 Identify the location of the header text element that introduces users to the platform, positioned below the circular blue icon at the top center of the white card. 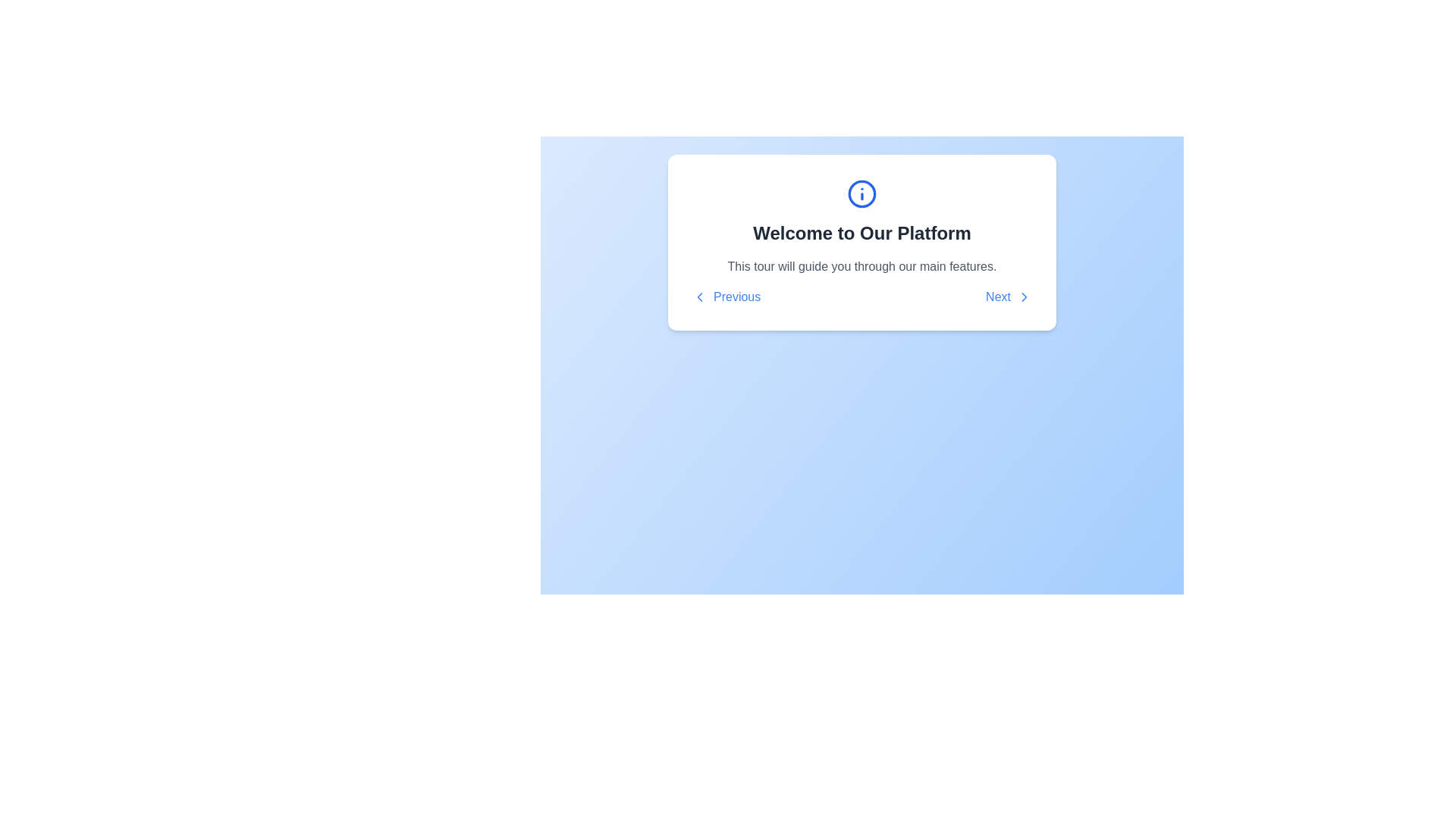
(862, 234).